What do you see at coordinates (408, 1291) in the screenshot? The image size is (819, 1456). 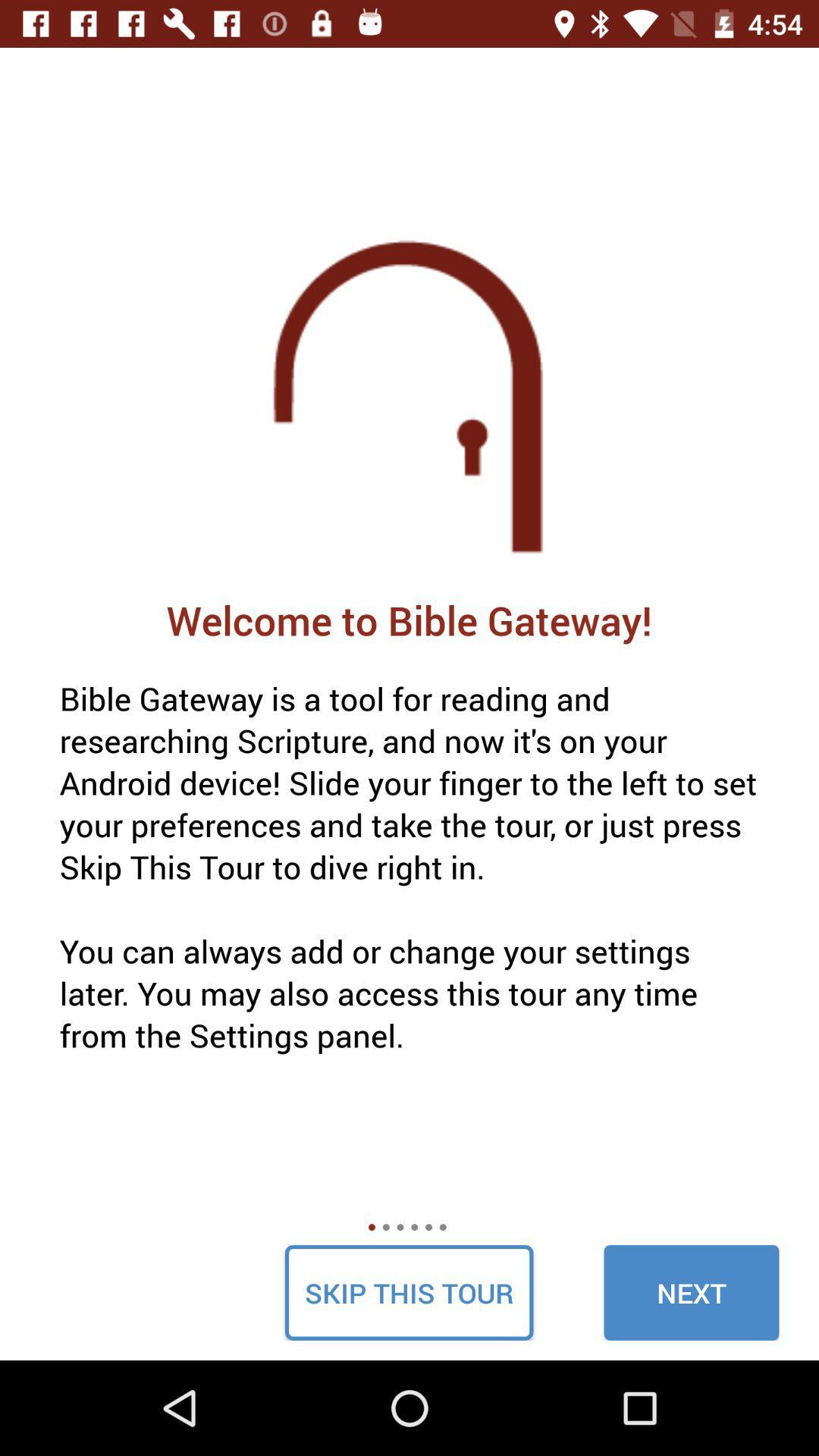 I see `the icon next to next` at bounding box center [408, 1291].